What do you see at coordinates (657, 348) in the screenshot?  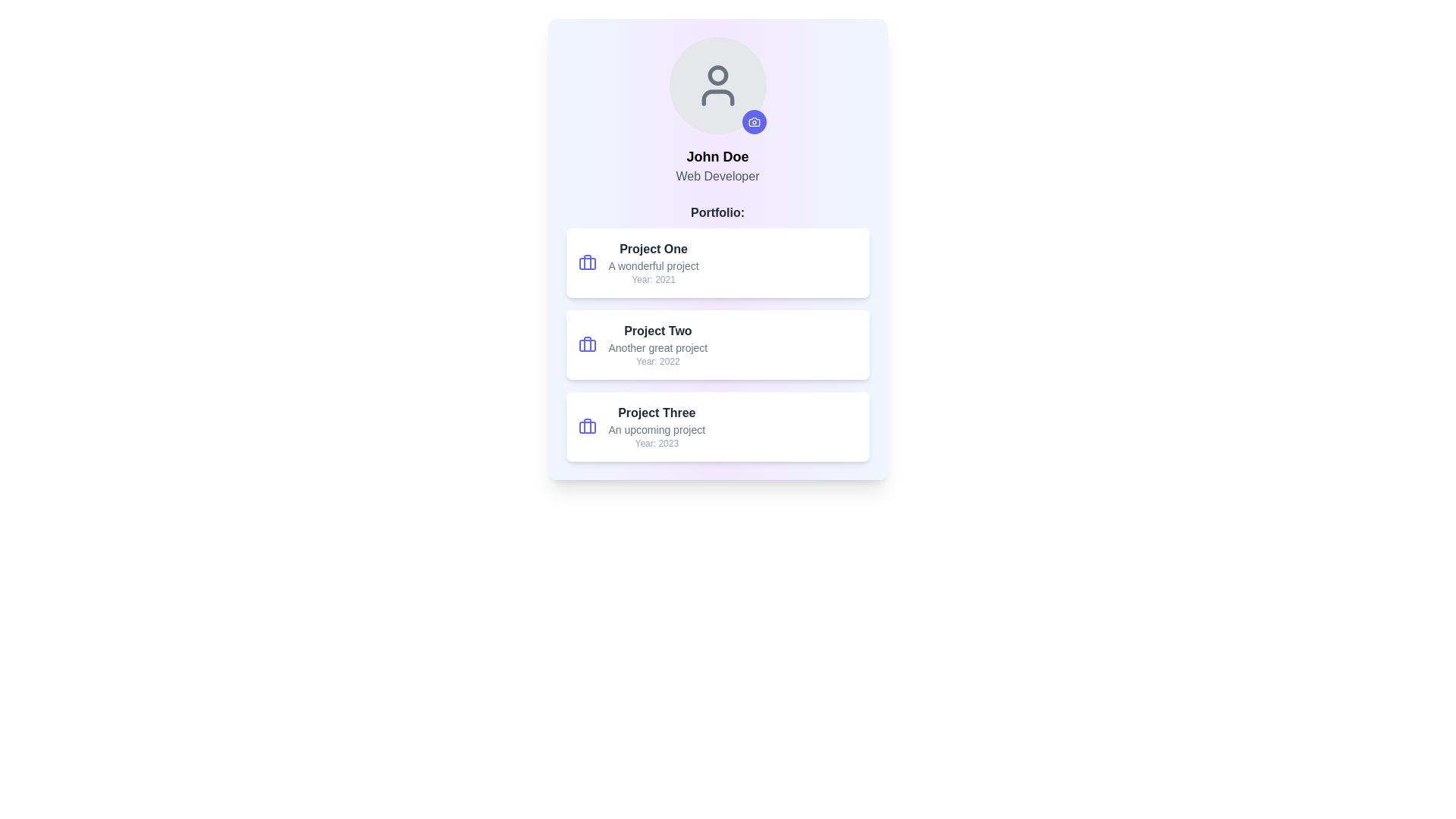 I see `the text label reading 'Another great project' located in the second card under the title 'Project Two'` at bounding box center [657, 348].